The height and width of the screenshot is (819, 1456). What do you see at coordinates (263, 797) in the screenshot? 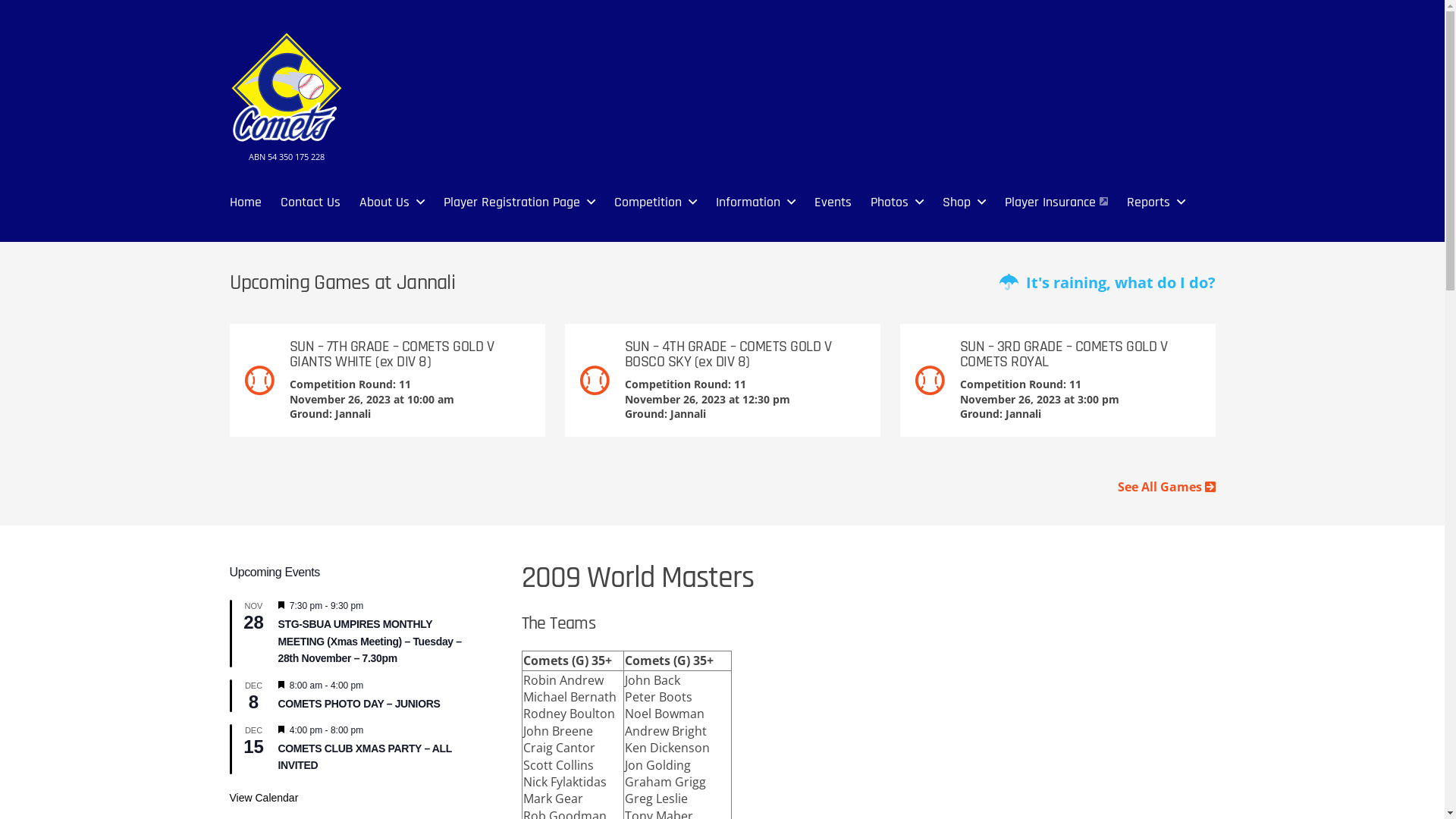
I see `'View Calendar'` at bounding box center [263, 797].